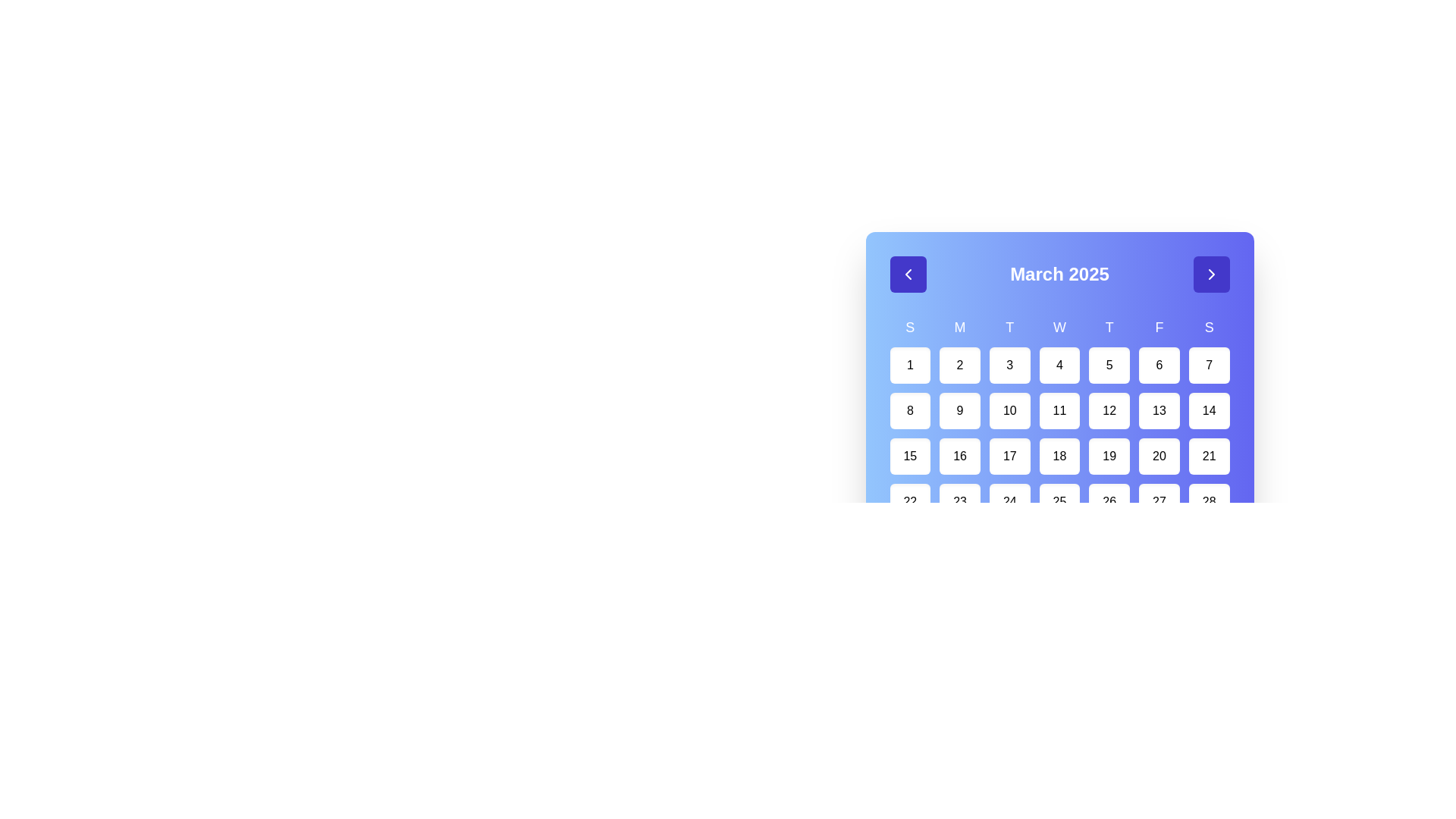 The height and width of the screenshot is (819, 1456). What do you see at coordinates (1059, 411) in the screenshot?
I see `the button representing the 11th day of March 2025` at bounding box center [1059, 411].